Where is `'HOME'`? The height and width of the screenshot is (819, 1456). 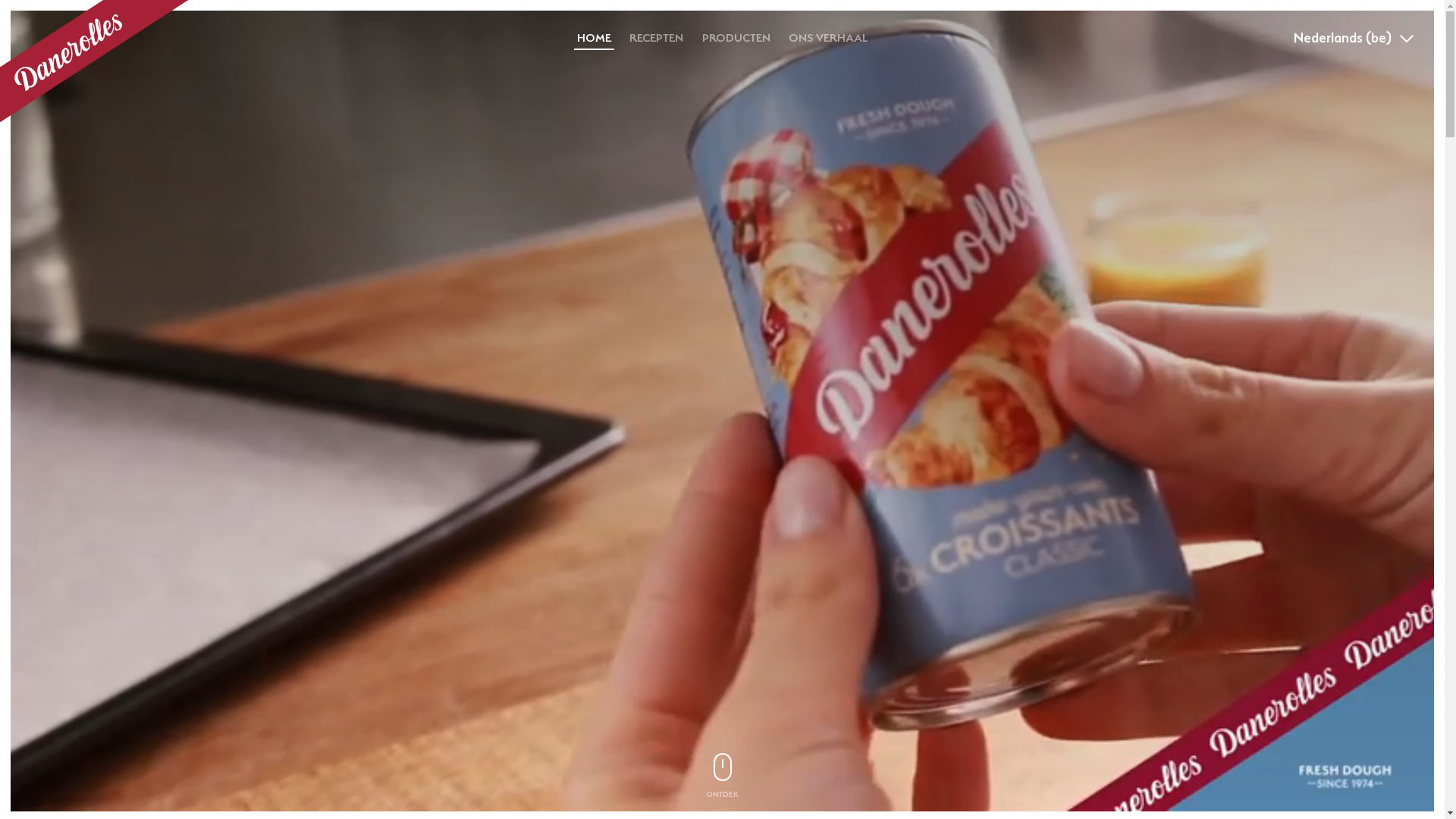 'HOME' is located at coordinates (593, 37).